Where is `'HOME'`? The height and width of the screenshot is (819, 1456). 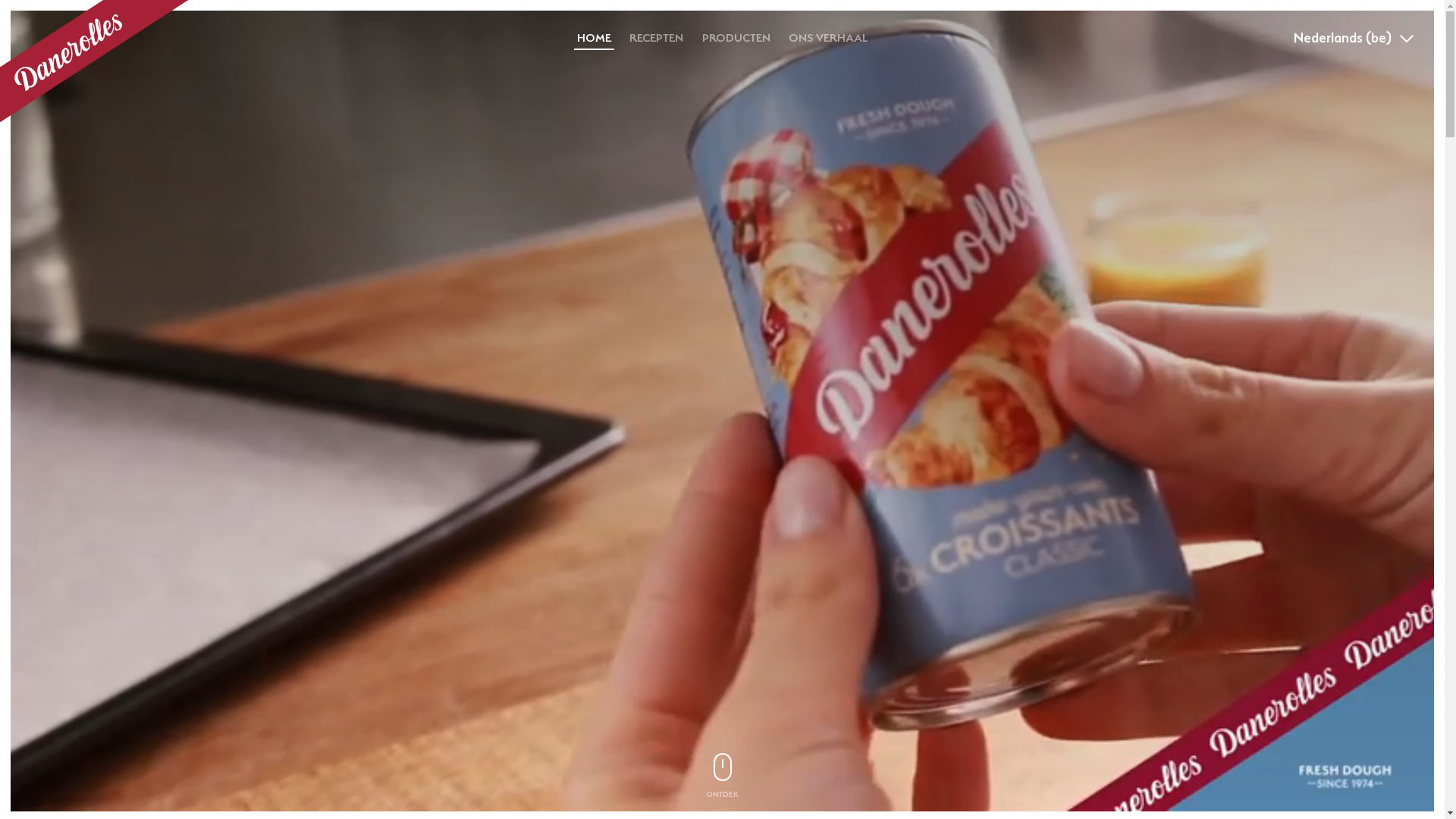 'HOME' is located at coordinates (593, 37).